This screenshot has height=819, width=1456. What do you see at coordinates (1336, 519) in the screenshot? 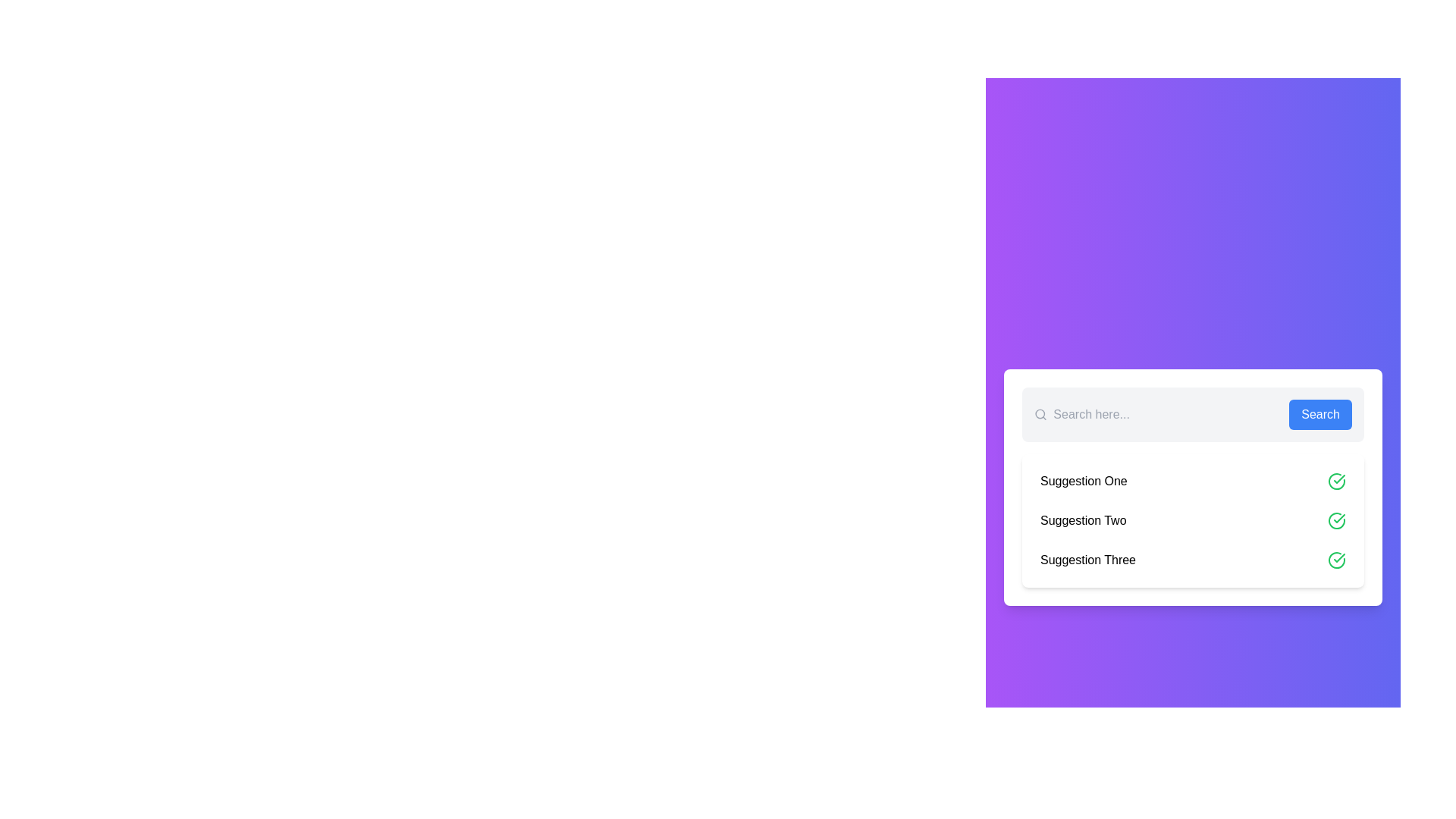
I see `the circular checkmark icon with a green outline, which indicates confirmation, located to the far right of the list item labeled 'Suggestion Two'` at bounding box center [1336, 519].